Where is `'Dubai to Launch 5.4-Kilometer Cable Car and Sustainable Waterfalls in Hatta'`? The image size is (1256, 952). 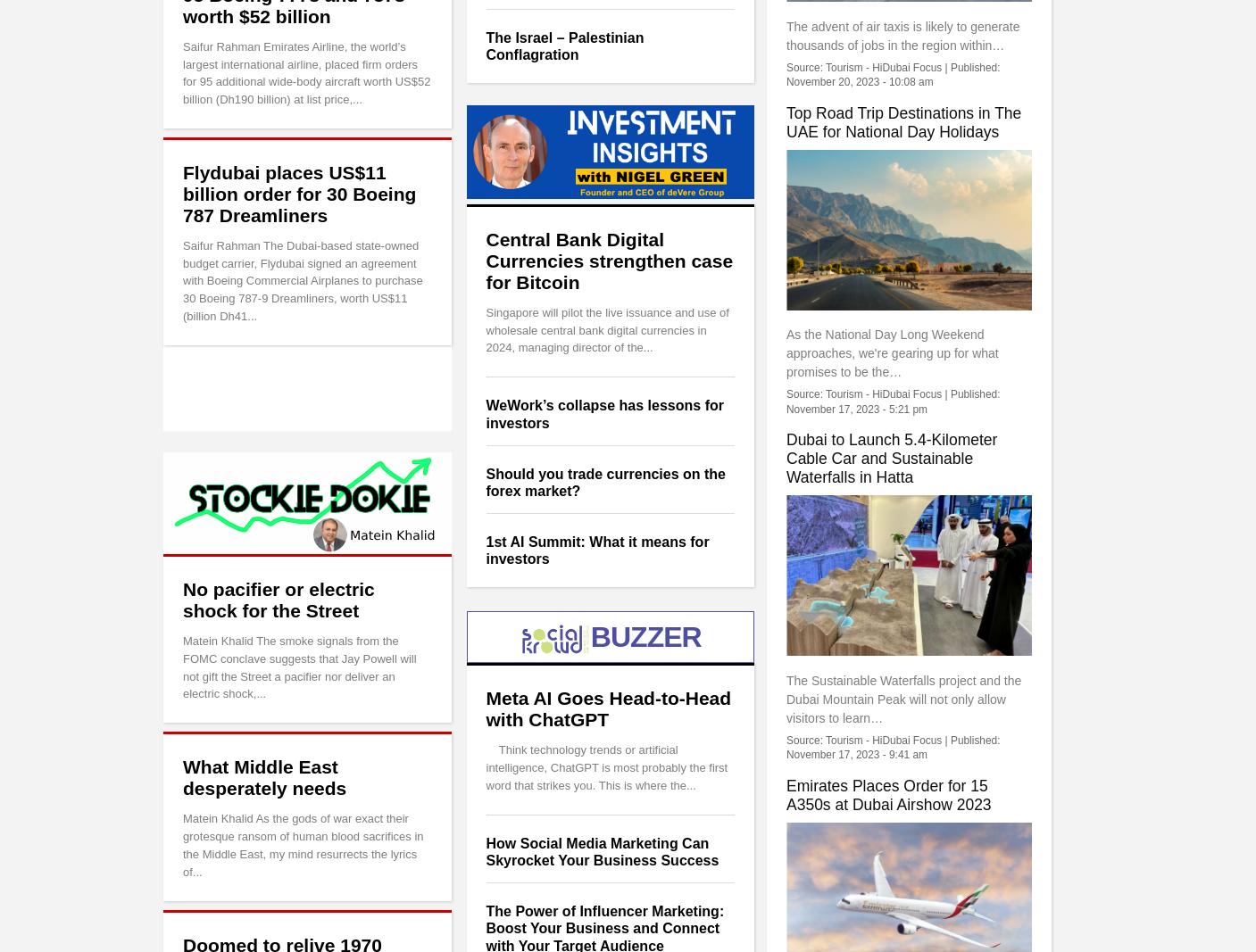 'Dubai to Launch 5.4-Kilometer Cable Car and Sustainable Waterfalls in Hatta' is located at coordinates (891, 457).